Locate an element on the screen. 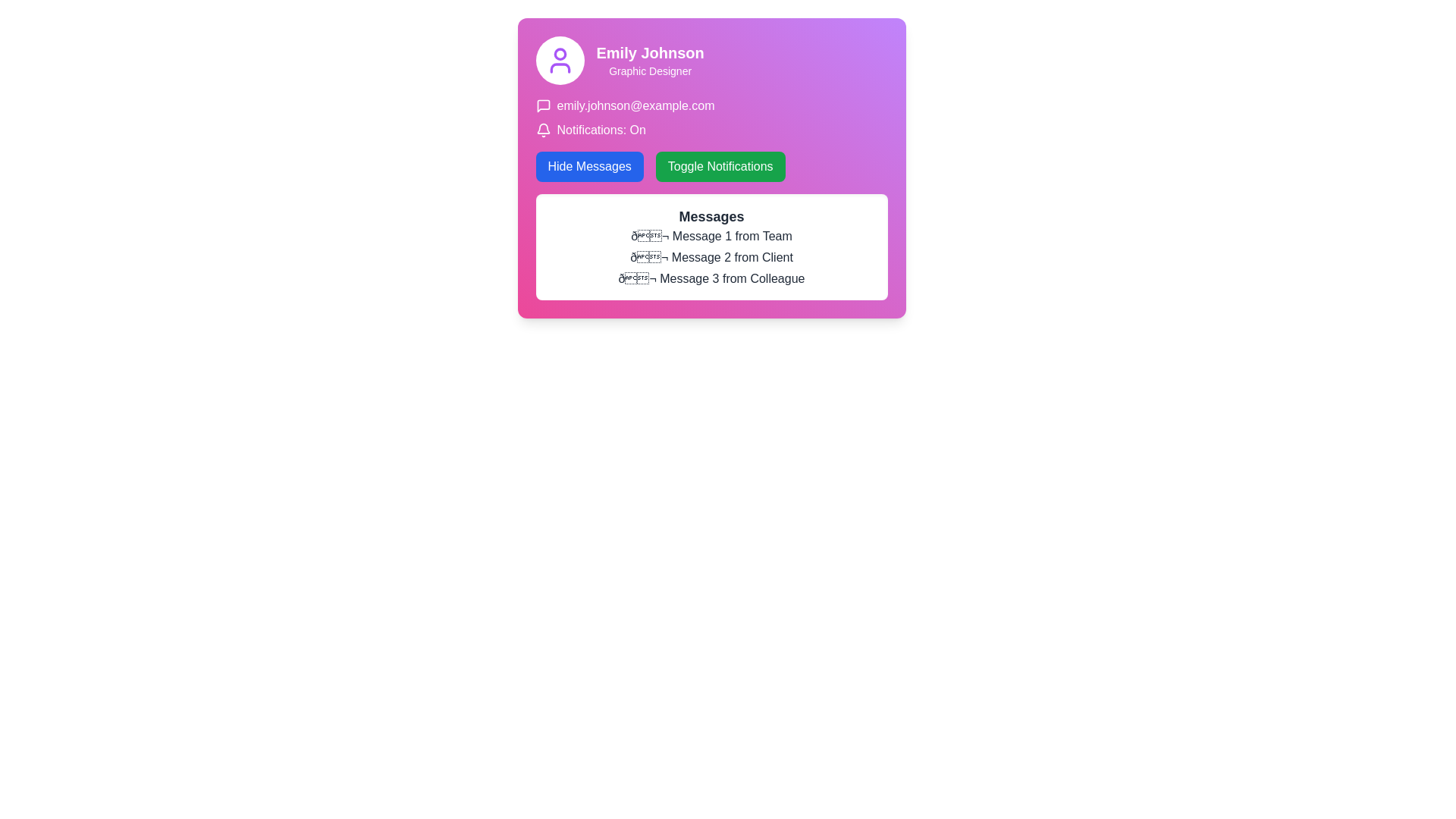  the circular element that is part of the user profile icon, located at the top left area of the card is located at coordinates (559, 53).